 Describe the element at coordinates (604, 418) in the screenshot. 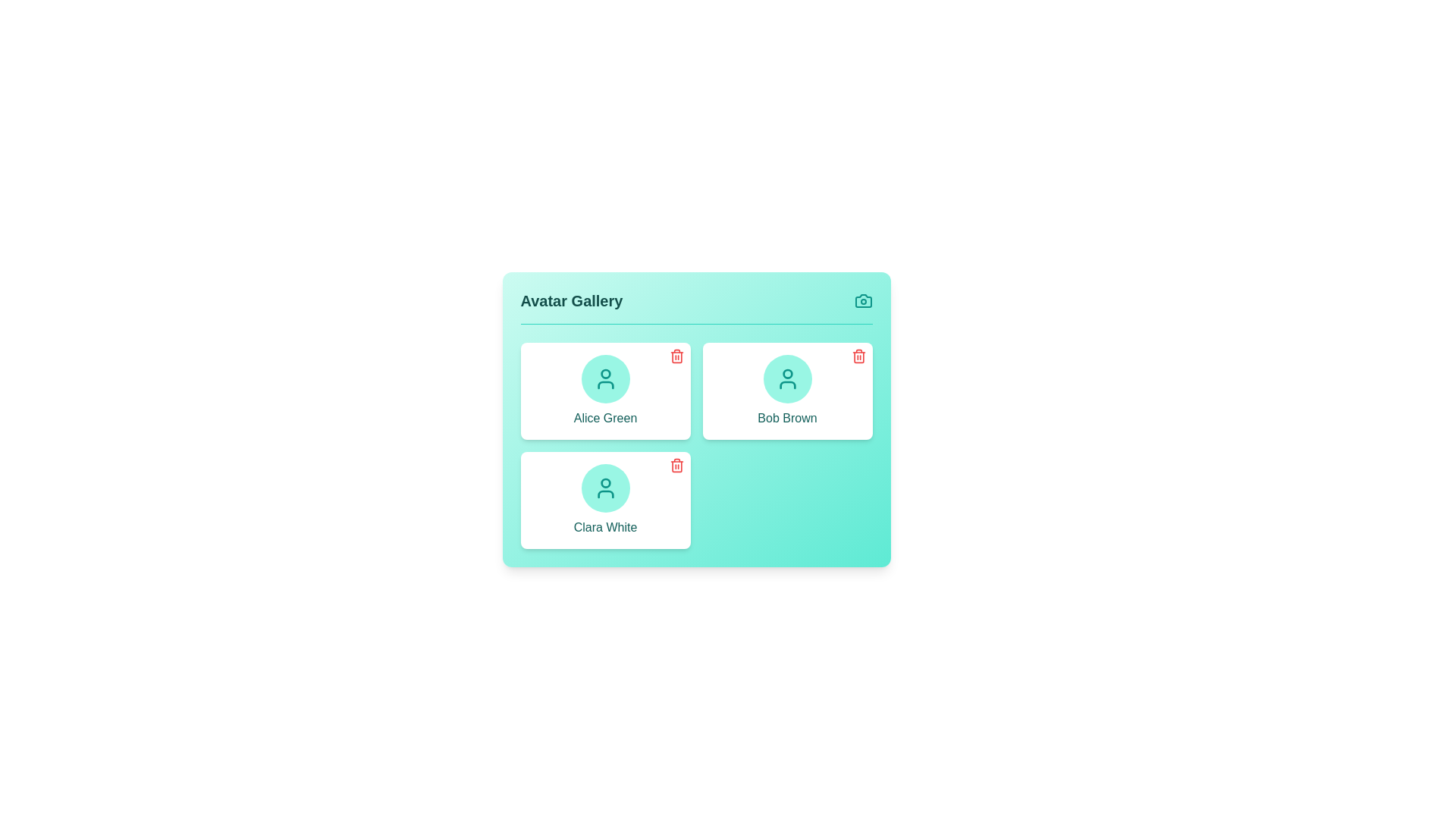

I see `the text label displaying 'Alice Green', which is styled in teal color and positioned below the circular avatar in the first card on the top row` at that location.